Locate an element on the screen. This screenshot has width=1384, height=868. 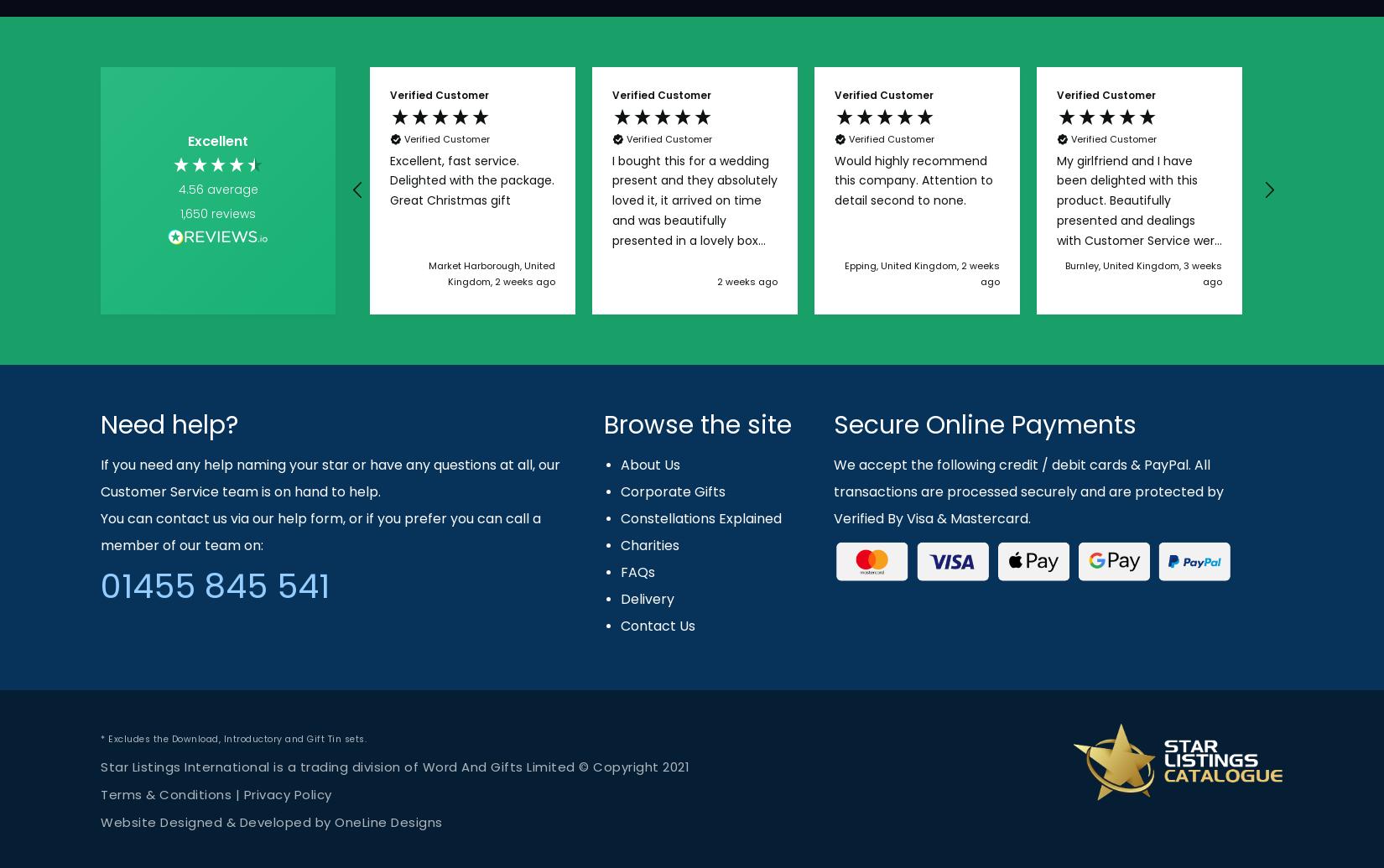
'Terms & Conditions' is located at coordinates (166, 793).